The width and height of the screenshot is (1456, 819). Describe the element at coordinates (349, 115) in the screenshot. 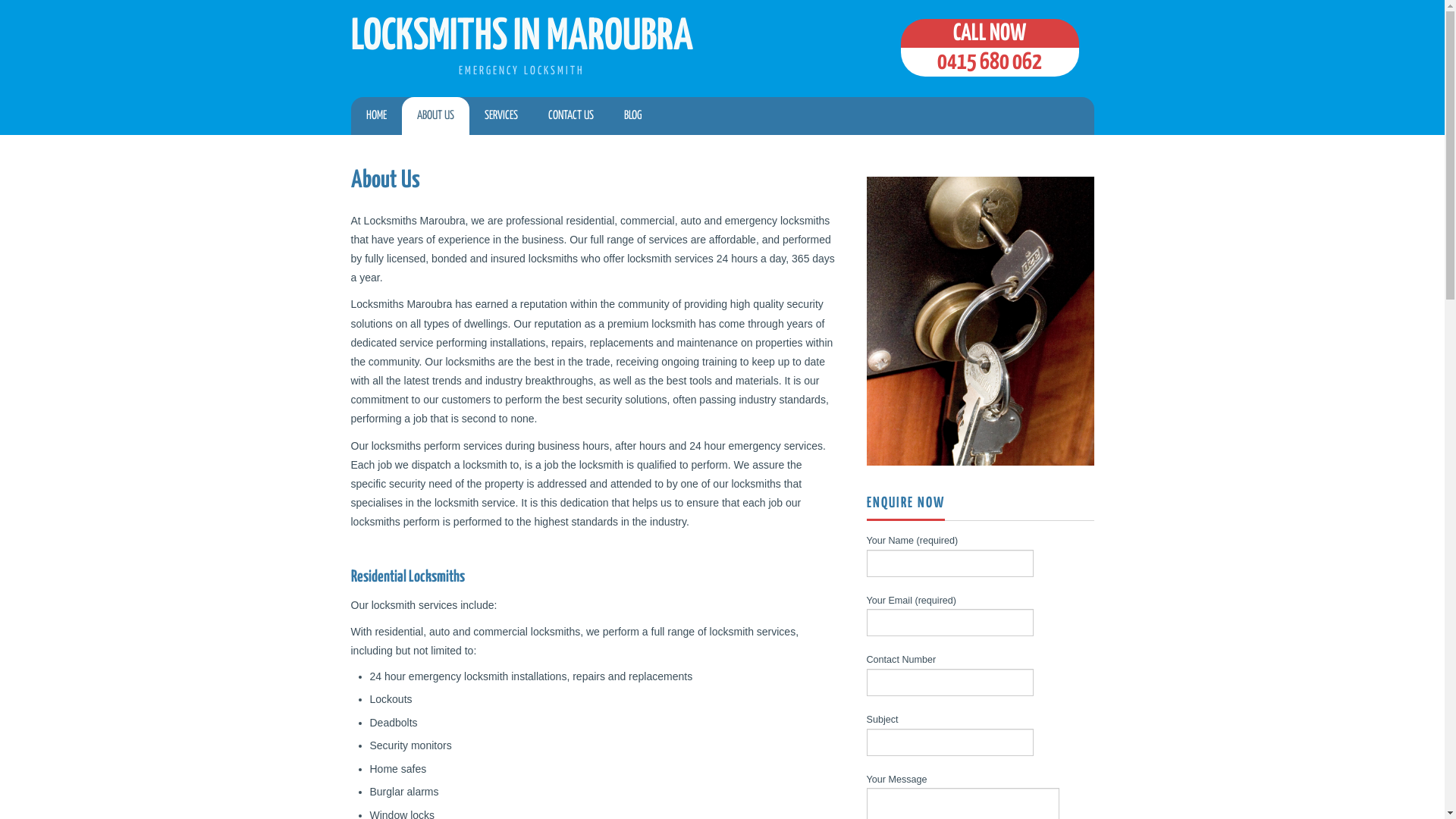

I see `'HOME'` at that location.